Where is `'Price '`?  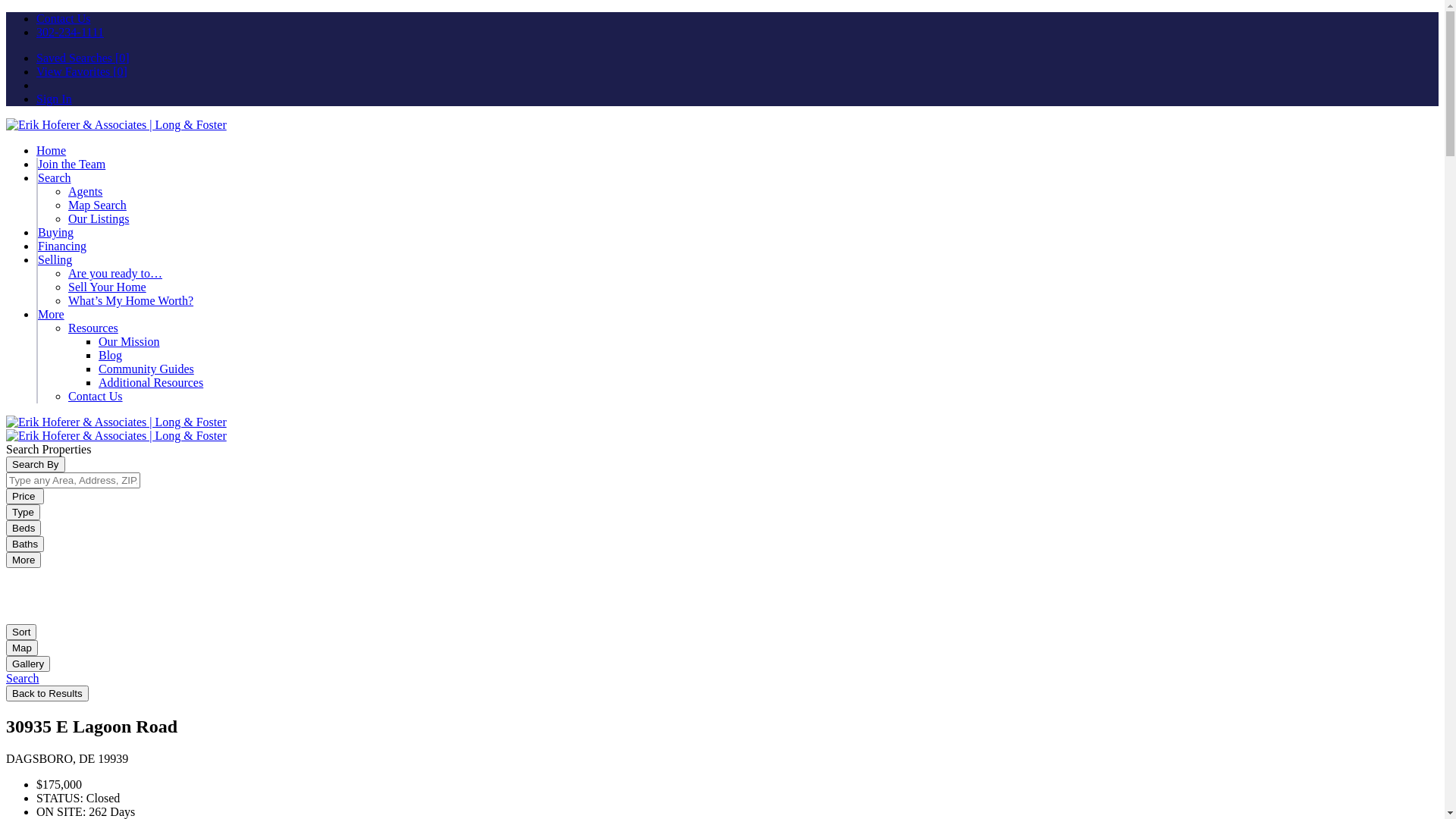
'Price ' is located at coordinates (25, 496).